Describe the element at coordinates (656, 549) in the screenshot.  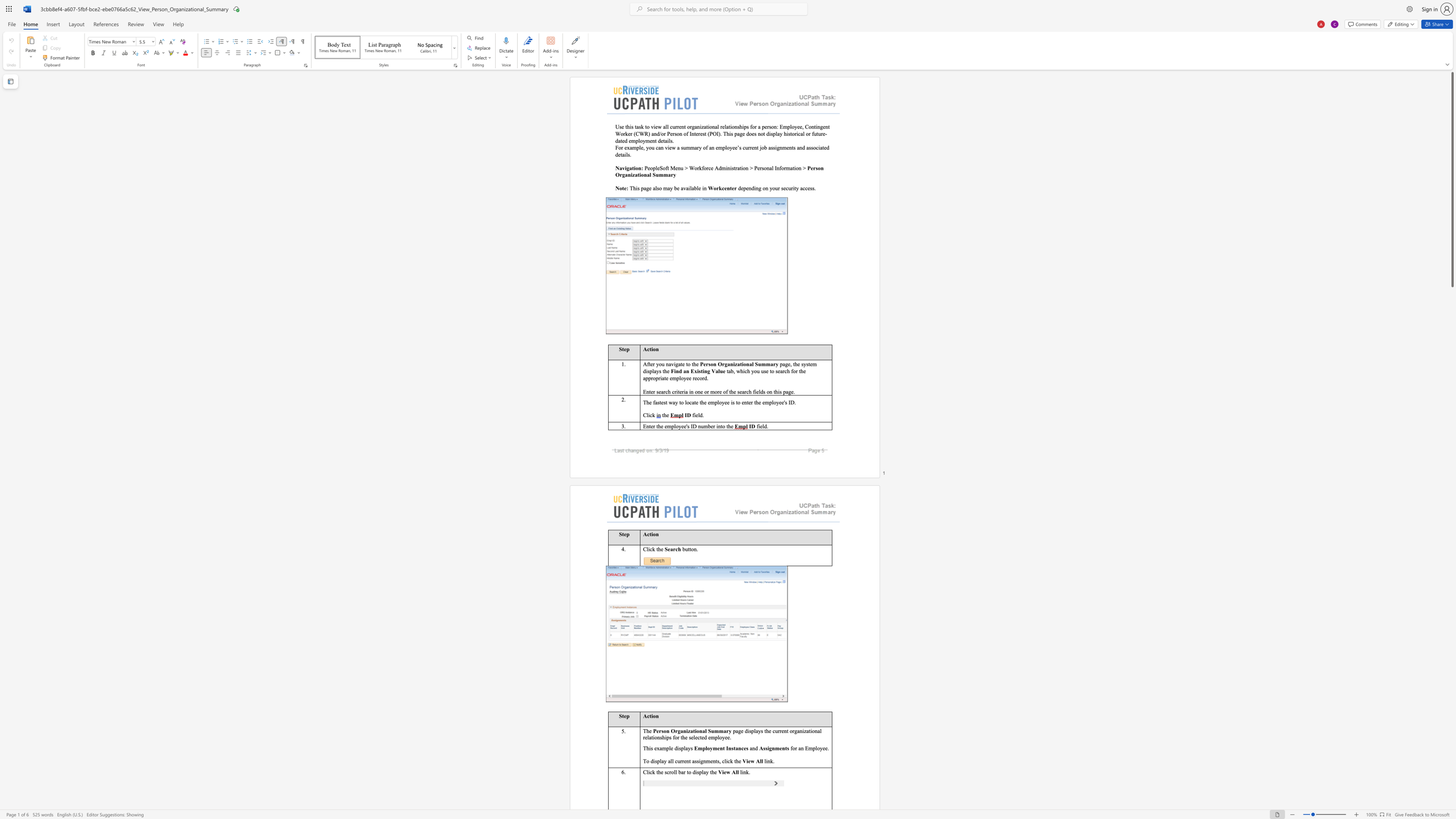
I see `the subset text "th" within the text "Click the"` at that location.